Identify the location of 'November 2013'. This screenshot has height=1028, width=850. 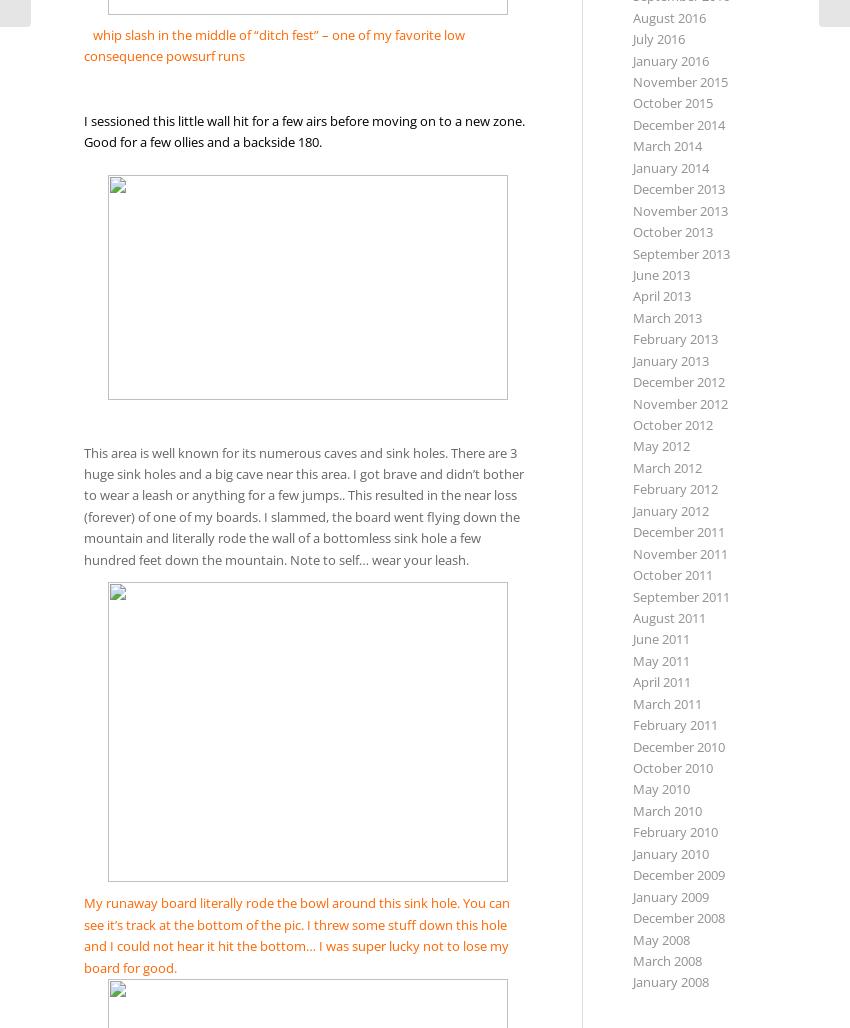
(679, 209).